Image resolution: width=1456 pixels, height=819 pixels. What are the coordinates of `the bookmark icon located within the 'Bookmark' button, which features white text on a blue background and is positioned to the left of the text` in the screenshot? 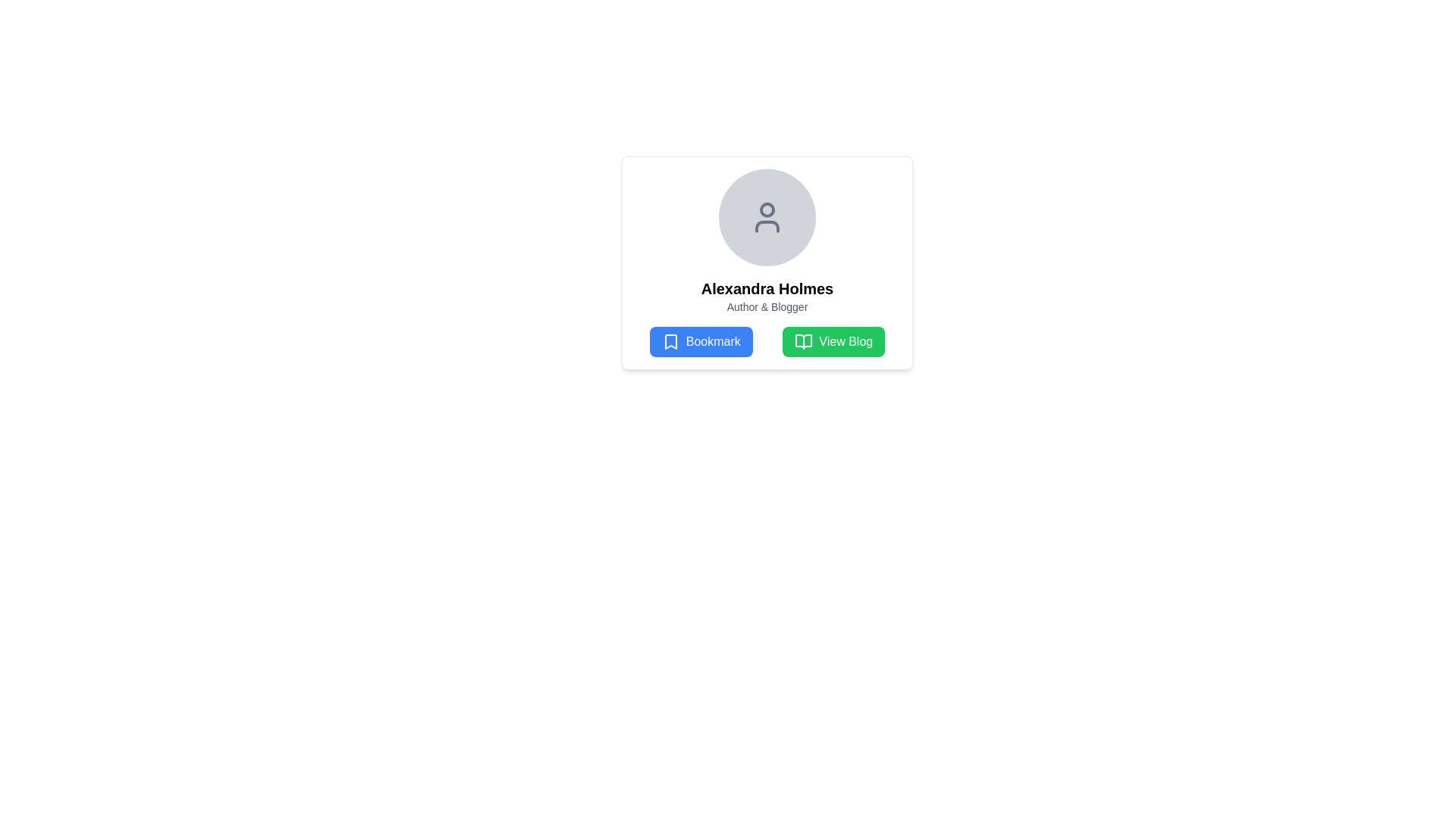 It's located at (670, 342).